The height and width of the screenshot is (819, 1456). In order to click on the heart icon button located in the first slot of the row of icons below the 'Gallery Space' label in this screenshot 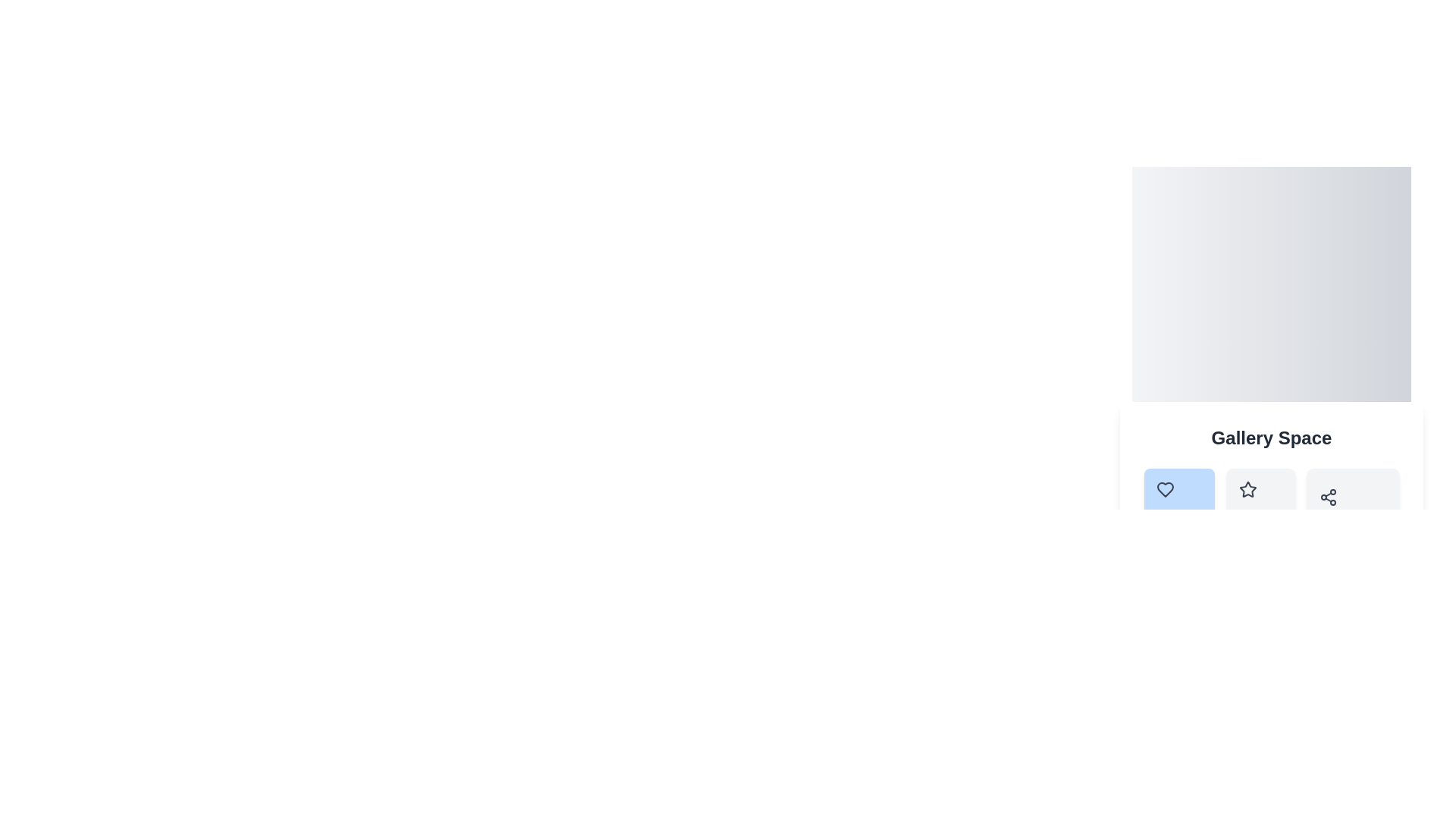, I will do `click(1165, 489)`.